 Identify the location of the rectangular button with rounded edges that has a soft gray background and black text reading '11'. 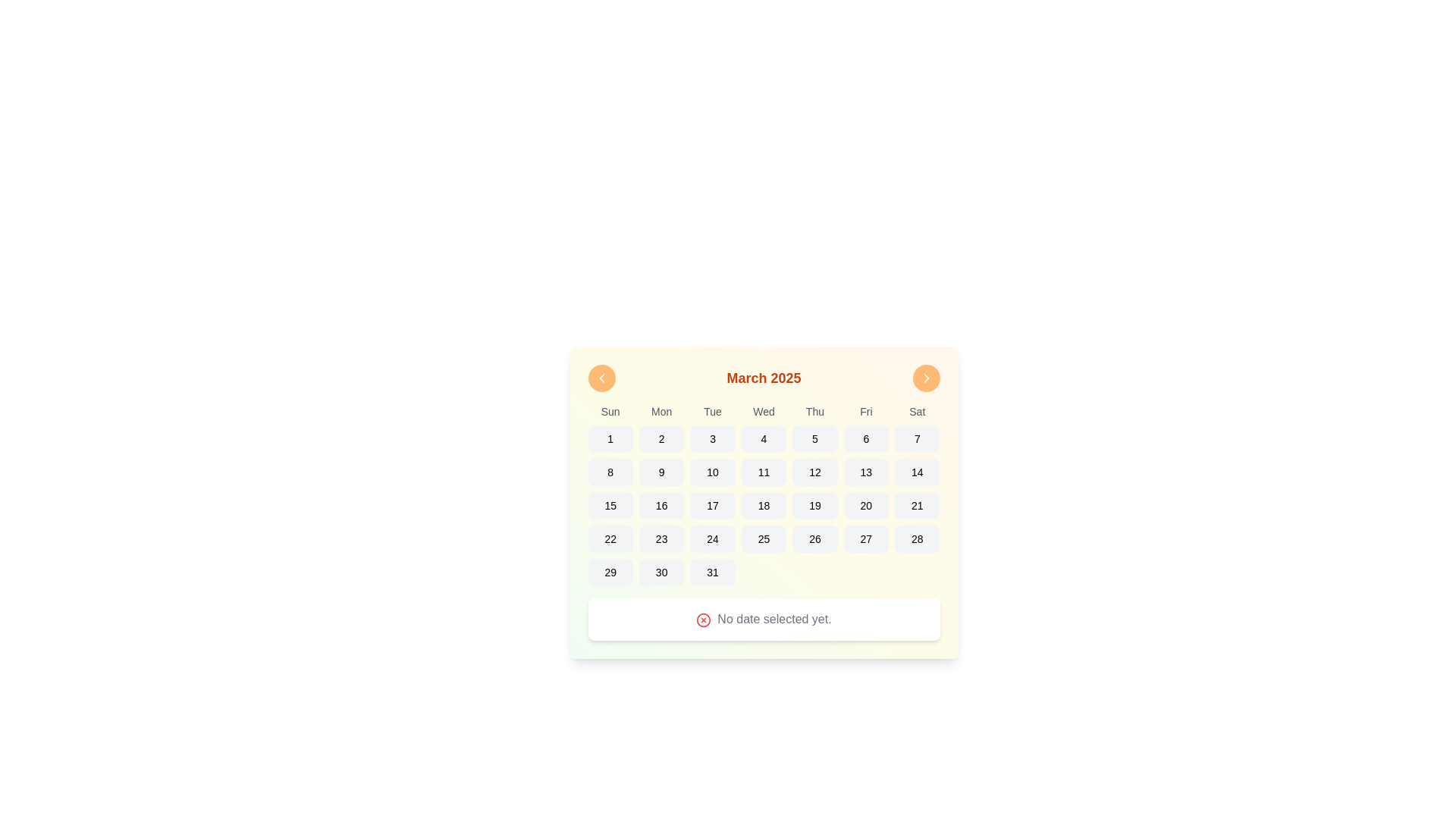
(764, 472).